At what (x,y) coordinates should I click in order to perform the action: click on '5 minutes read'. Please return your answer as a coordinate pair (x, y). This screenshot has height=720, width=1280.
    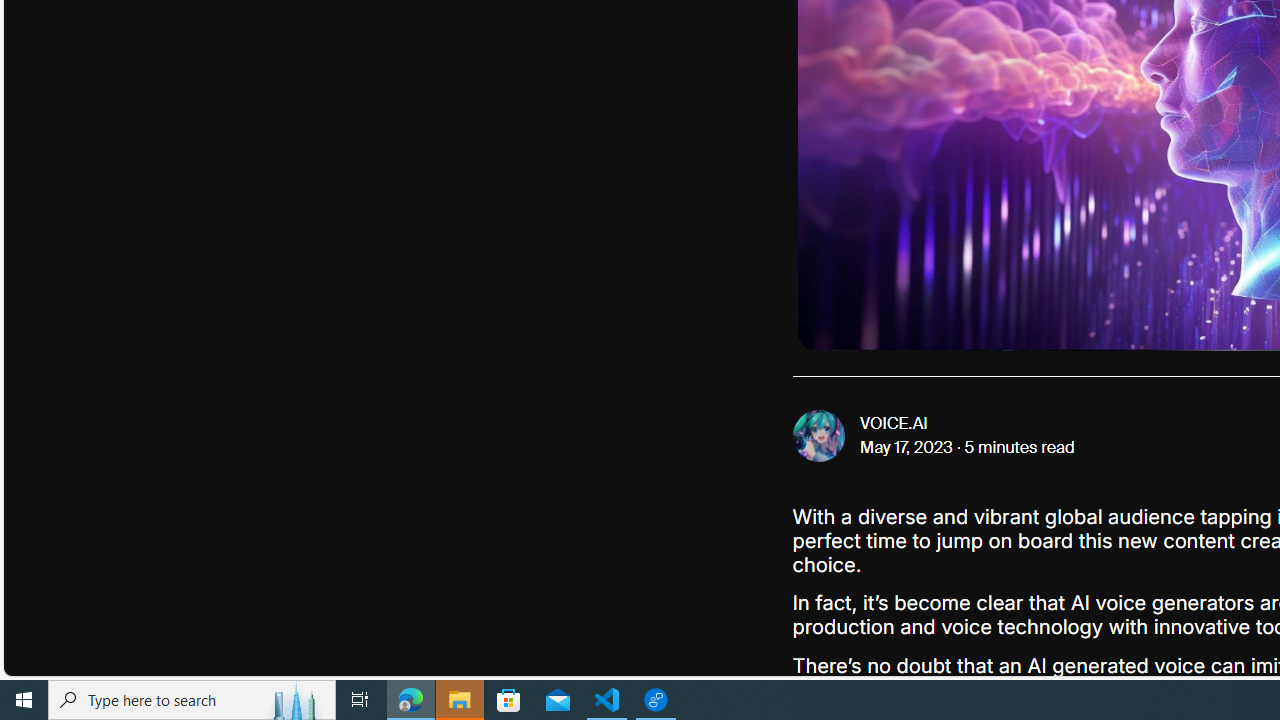
    Looking at the image, I should click on (1019, 447).